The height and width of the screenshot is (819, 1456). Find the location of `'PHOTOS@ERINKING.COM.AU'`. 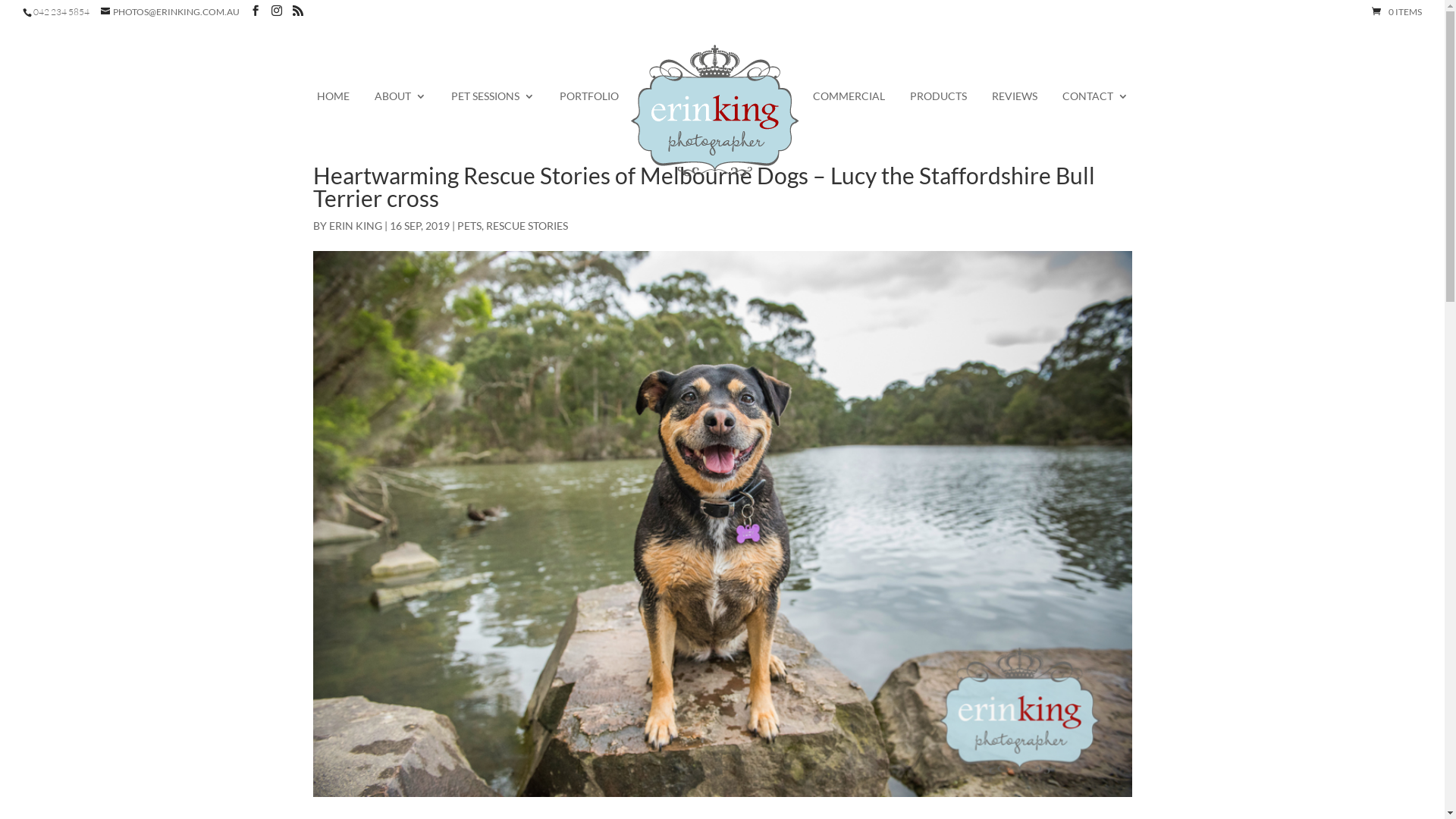

'PHOTOS@ERINKING.COM.AU' is located at coordinates (170, 11).